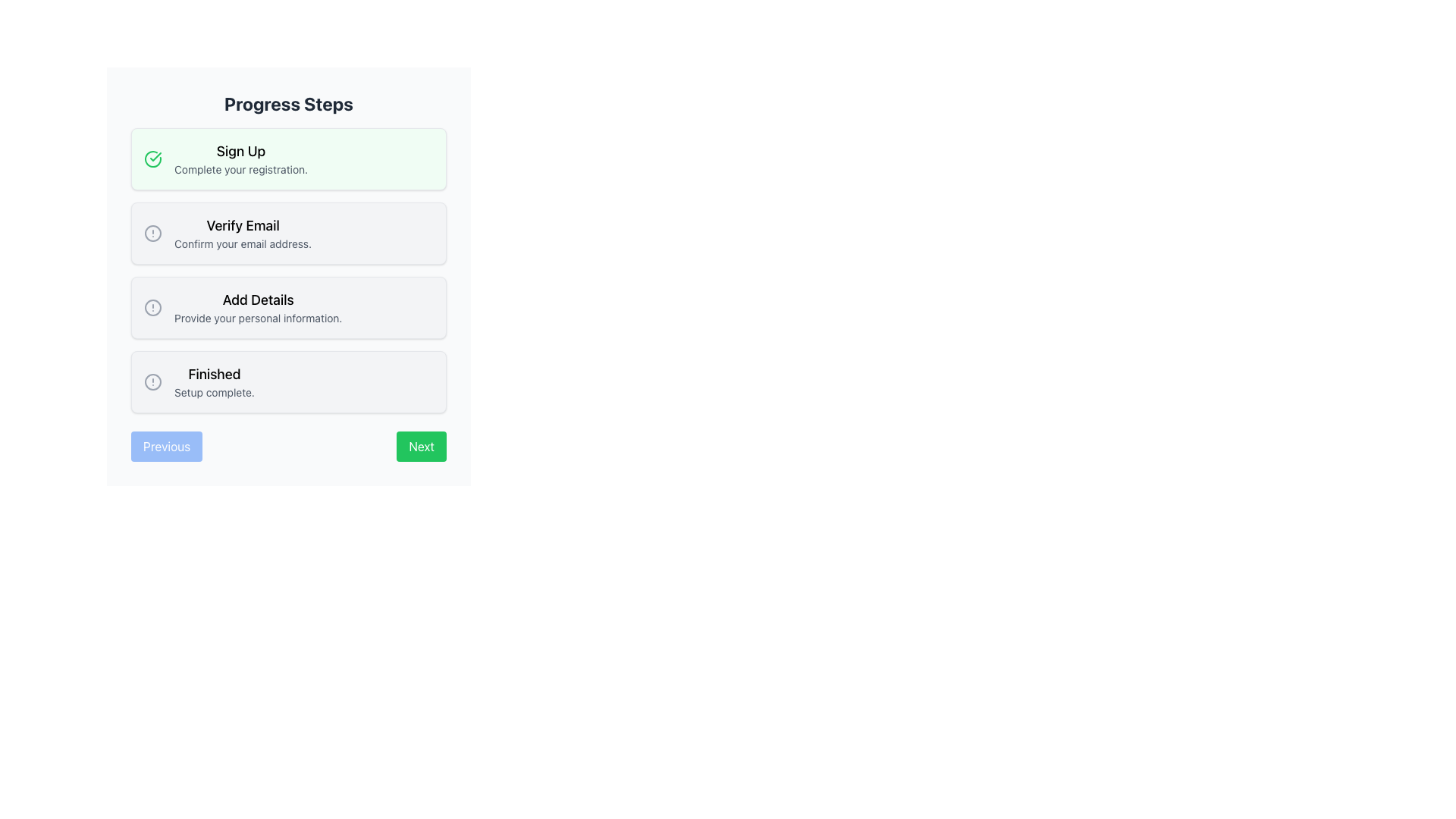 The height and width of the screenshot is (819, 1456). What do you see at coordinates (258, 307) in the screenshot?
I see `the text block that provides information about the 'Add Details' step in the progress tracker, which is the third item in the vertical list of progress steps` at bounding box center [258, 307].